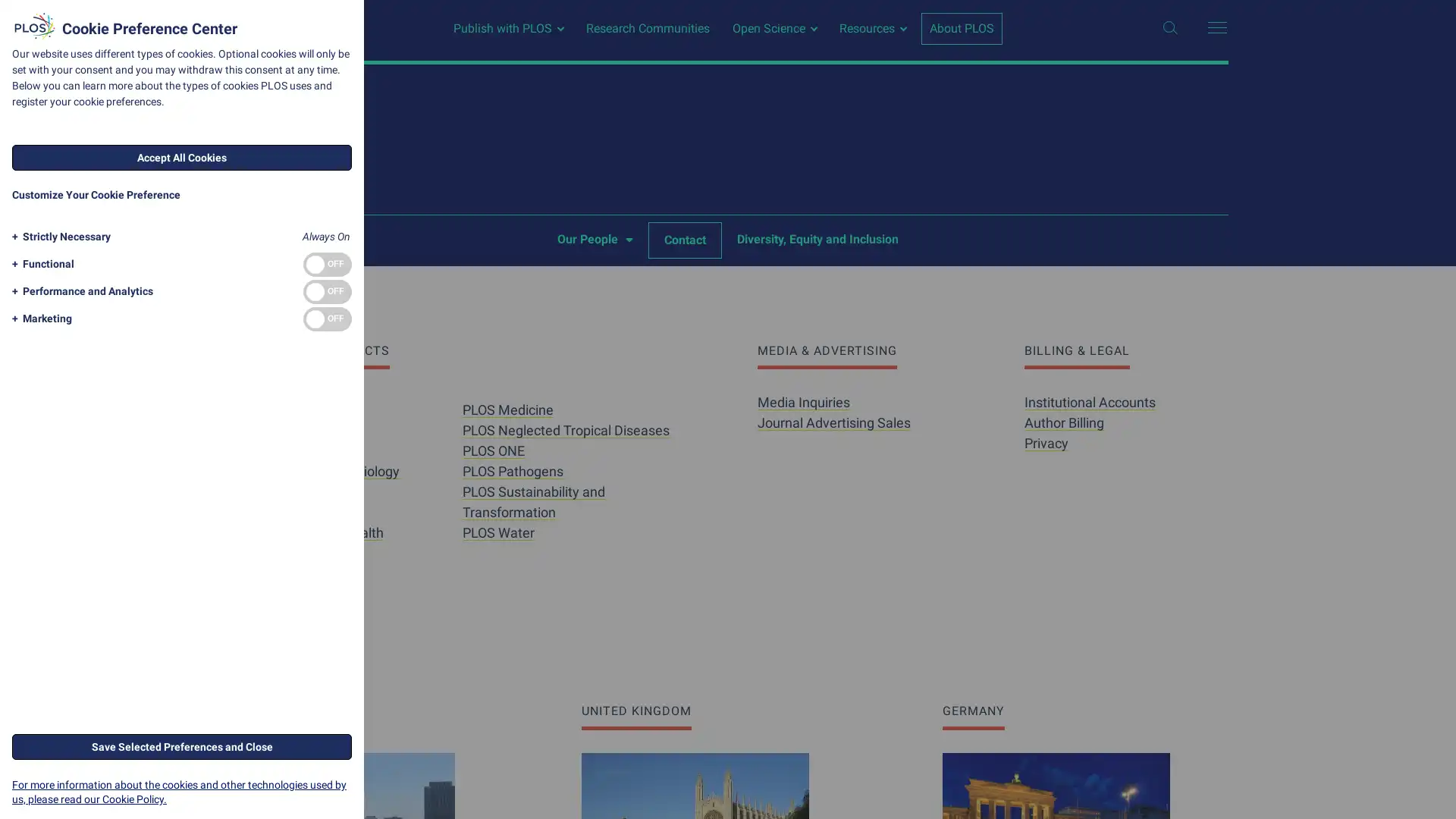 The width and height of the screenshot is (1456, 819). What do you see at coordinates (182, 158) in the screenshot?
I see `Accept All Cookies` at bounding box center [182, 158].